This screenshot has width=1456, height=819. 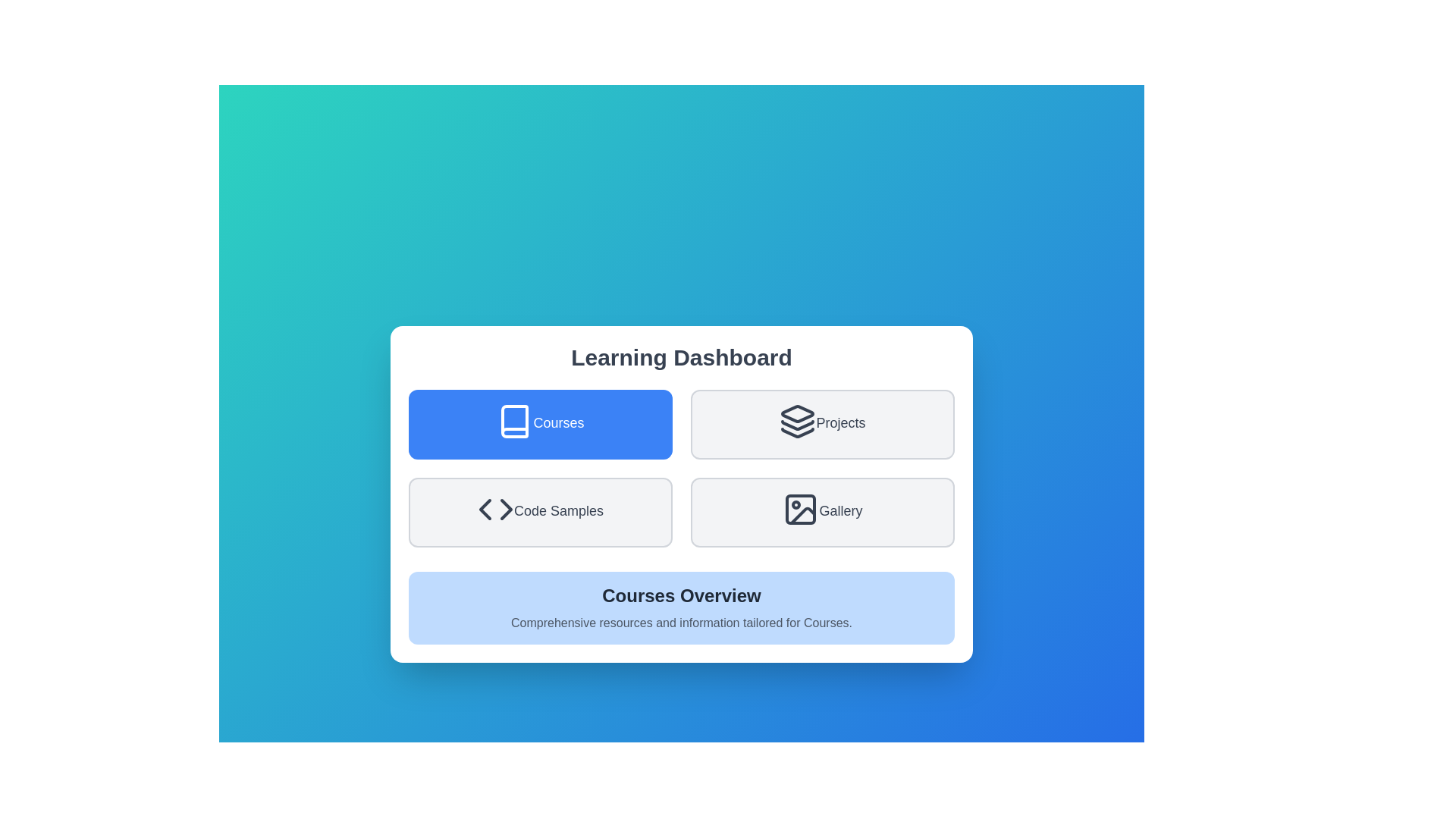 I want to click on the Gallery button to select it, so click(x=821, y=512).